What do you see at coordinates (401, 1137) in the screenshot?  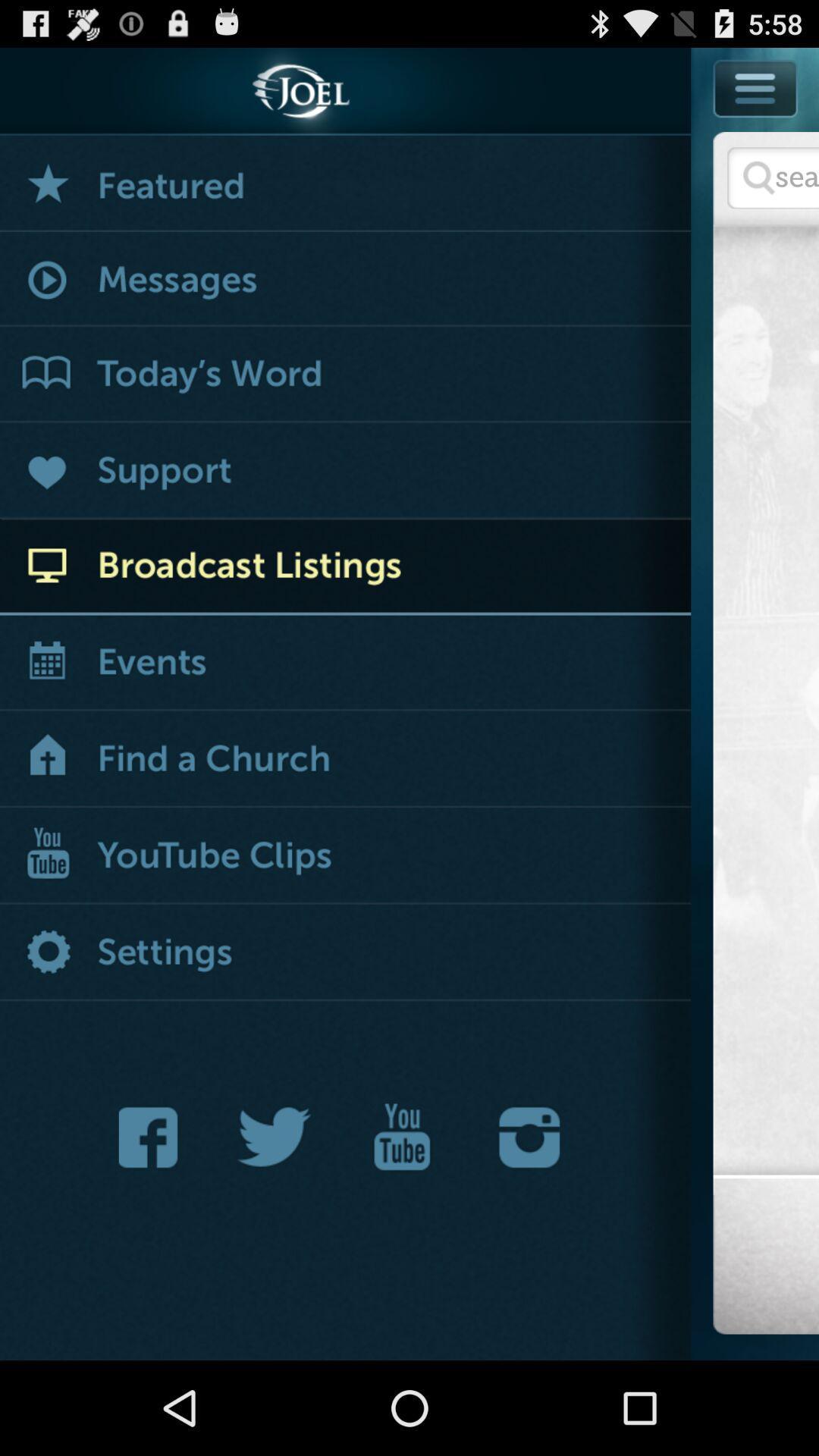 I see `open joel 's youtube page` at bounding box center [401, 1137].